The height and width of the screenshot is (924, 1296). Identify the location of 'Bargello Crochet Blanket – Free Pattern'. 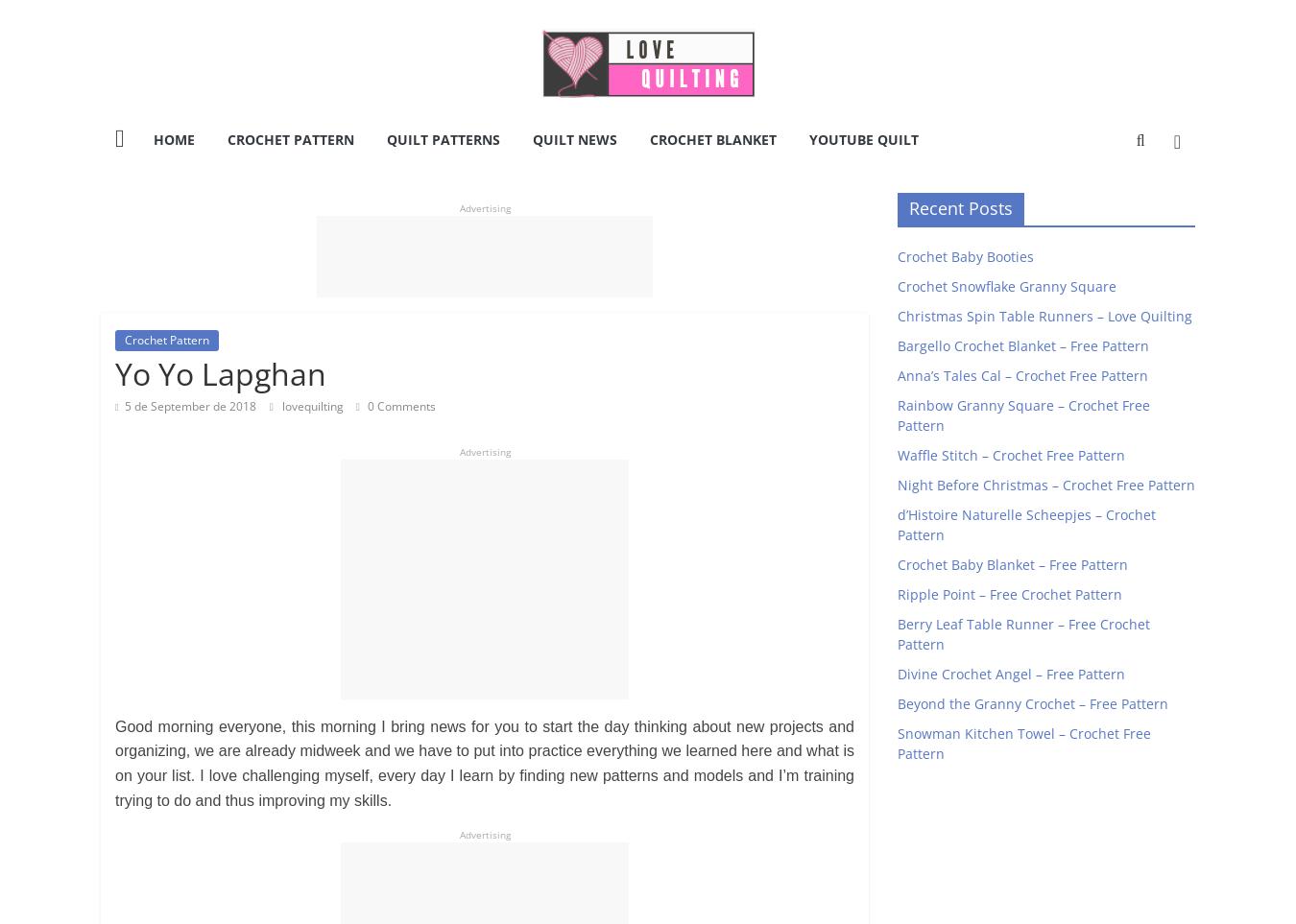
(1022, 344).